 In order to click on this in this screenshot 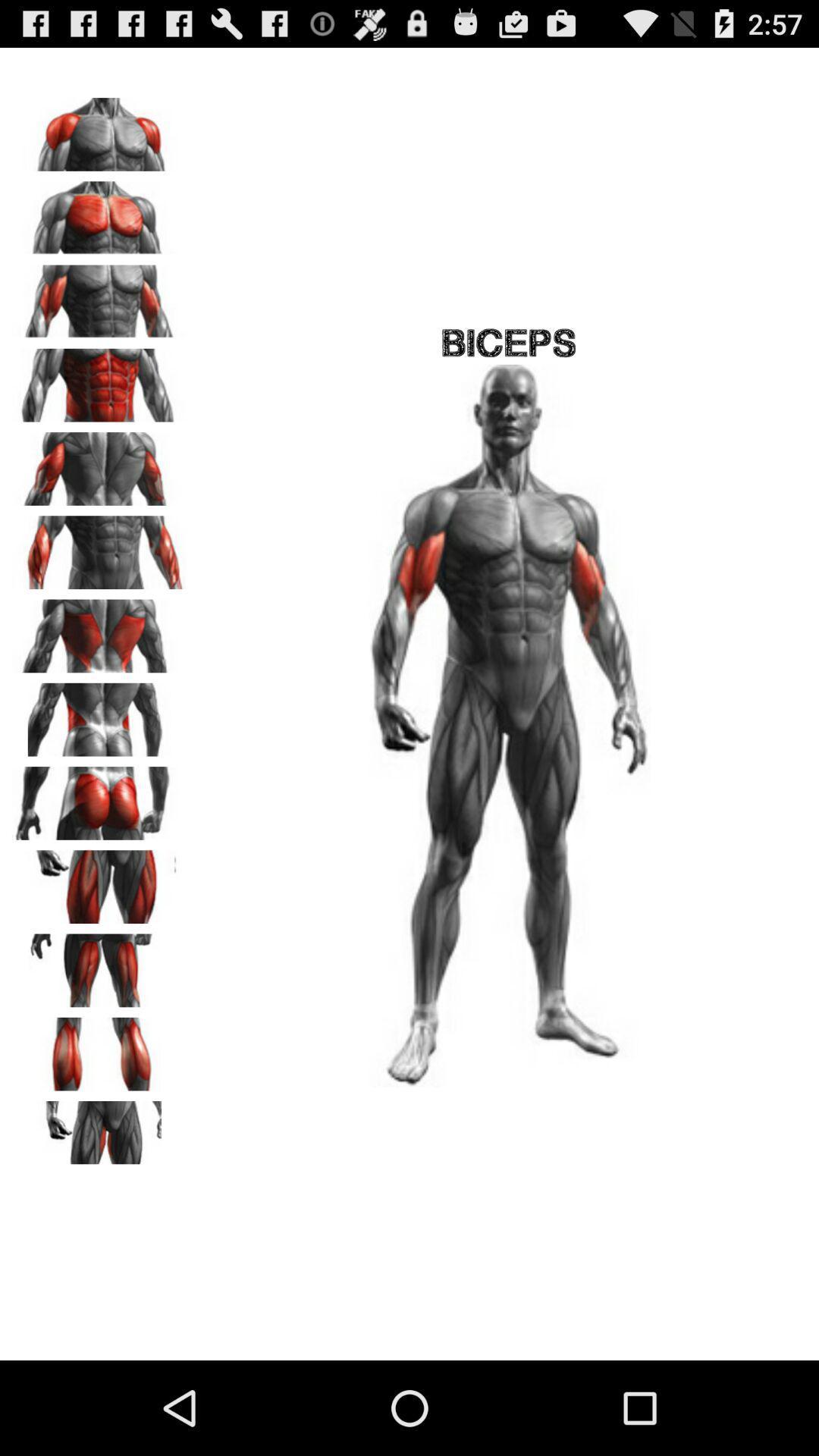, I will do `click(99, 297)`.